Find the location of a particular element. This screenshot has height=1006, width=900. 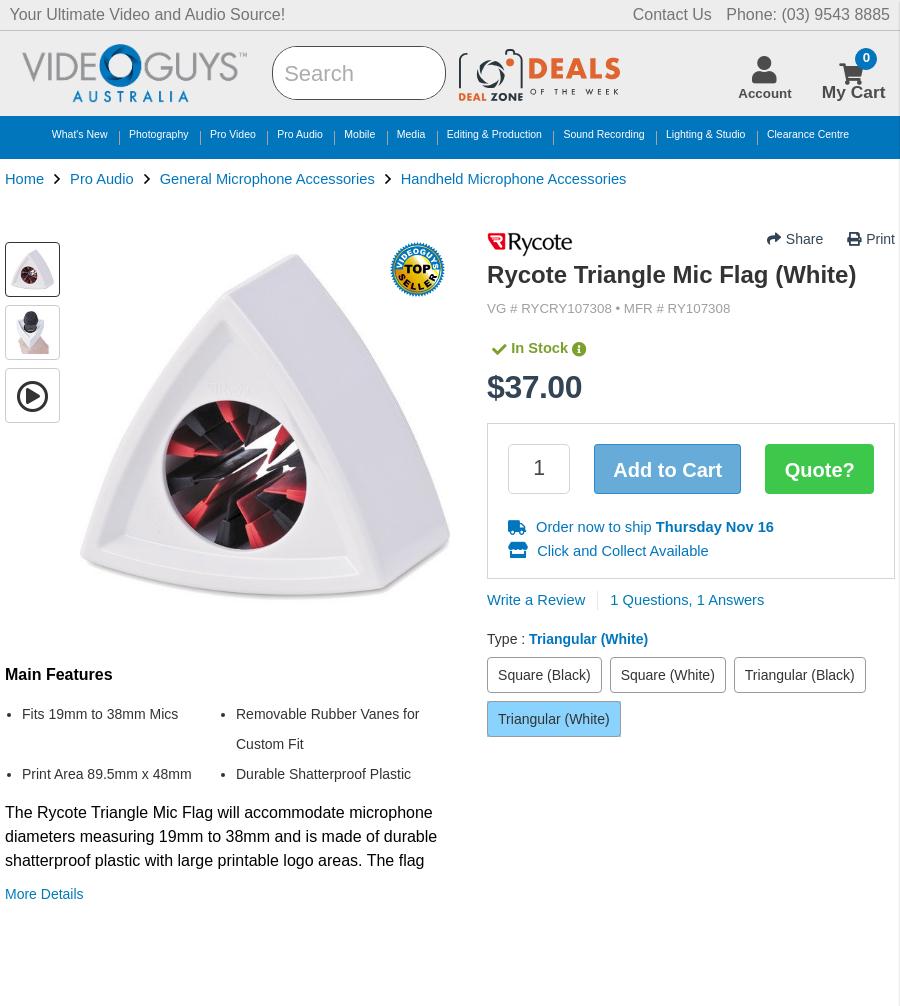

'Pro Video' is located at coordinates (231, 133).